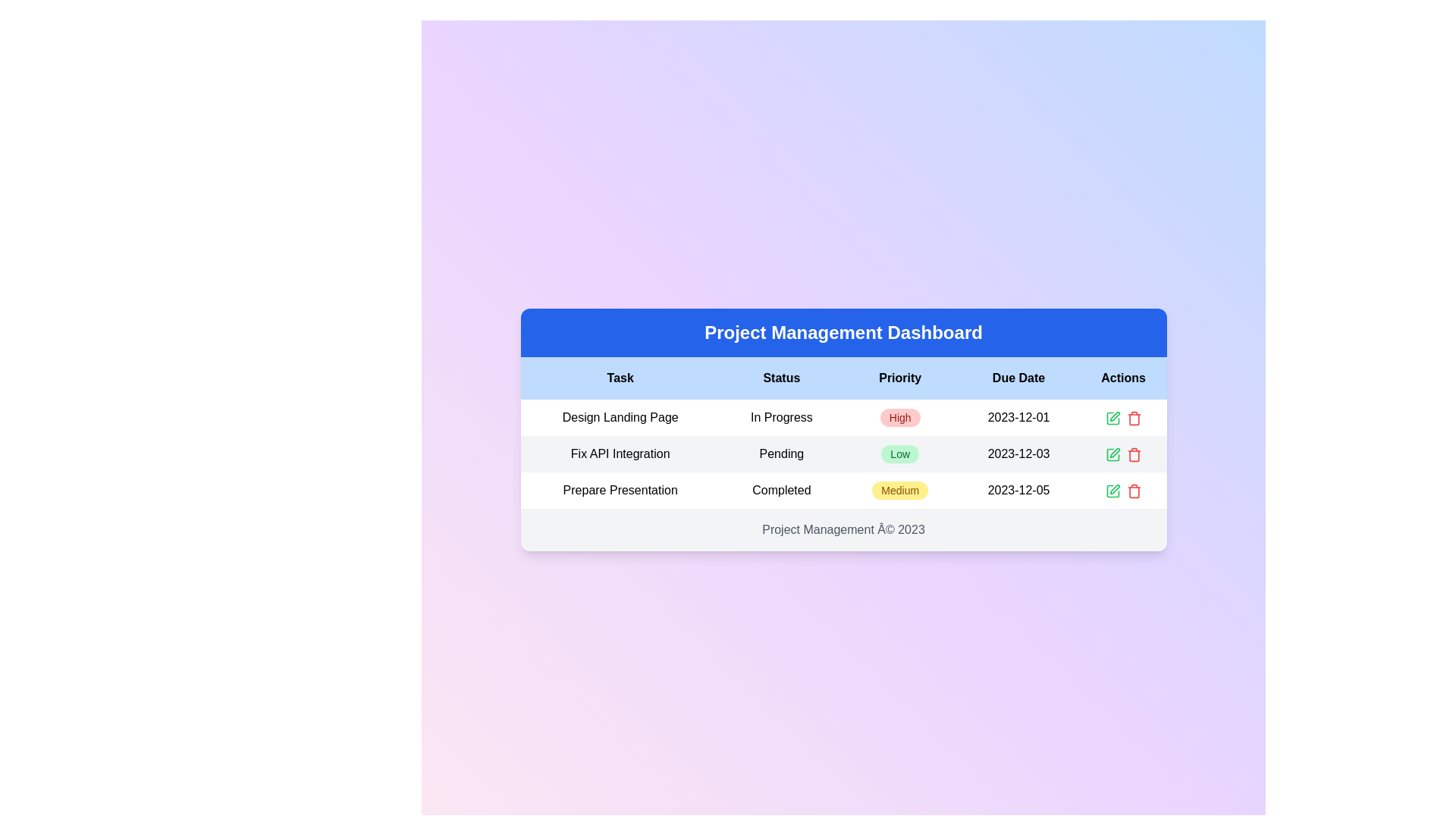  Describe the element at coordinates (620, 418) in the screenshot. I see `text from the label identifying the task named 'Design Landing Page' located in the first cell of the first data row under the 'Task' column` at that location.